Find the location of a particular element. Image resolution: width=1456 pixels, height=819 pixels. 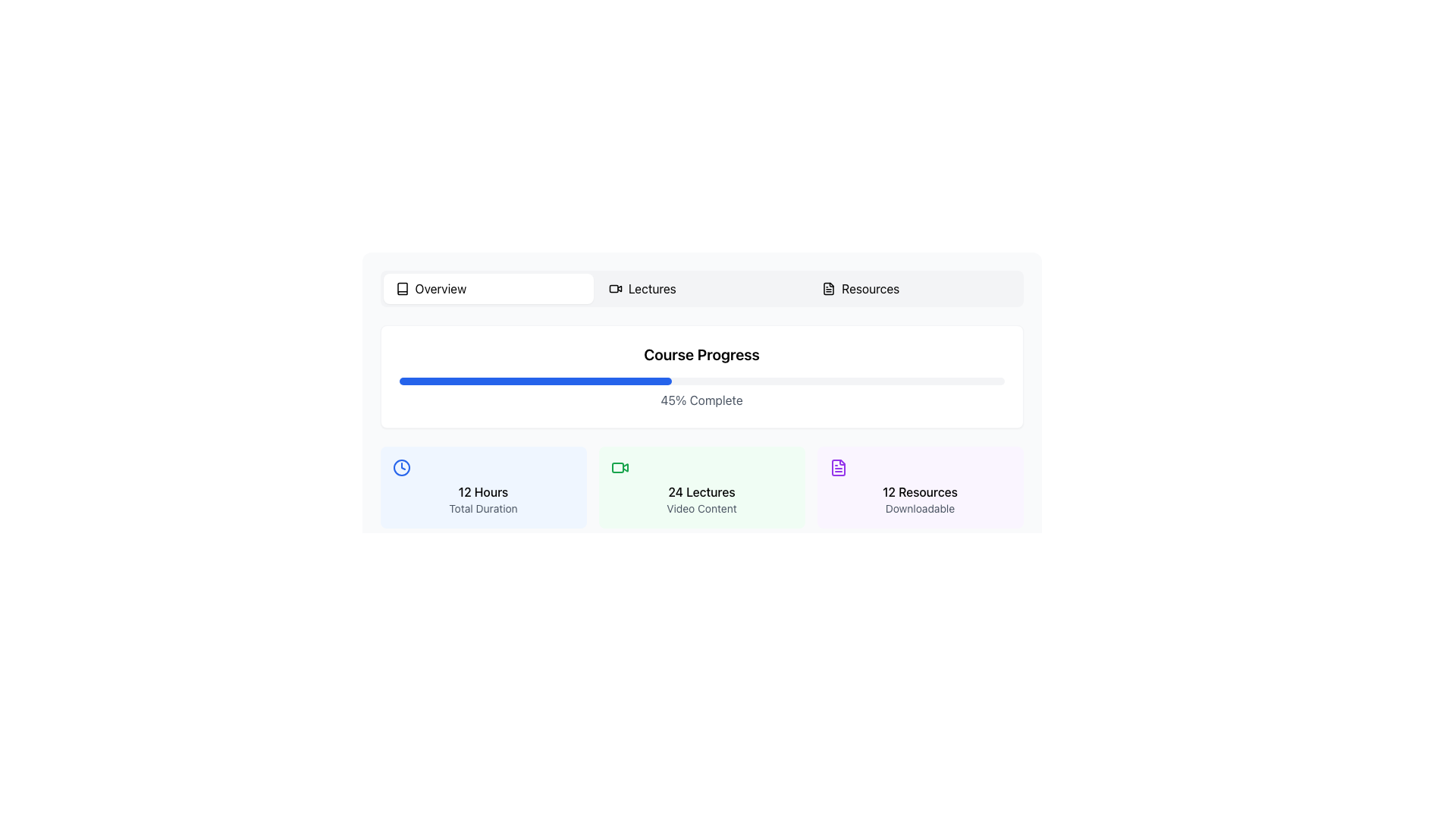

the 'Resources' menu icon located in the navigation bar at the top right of the interface, which visually represents access to resources related to the content is located at coordinates (828, 289).